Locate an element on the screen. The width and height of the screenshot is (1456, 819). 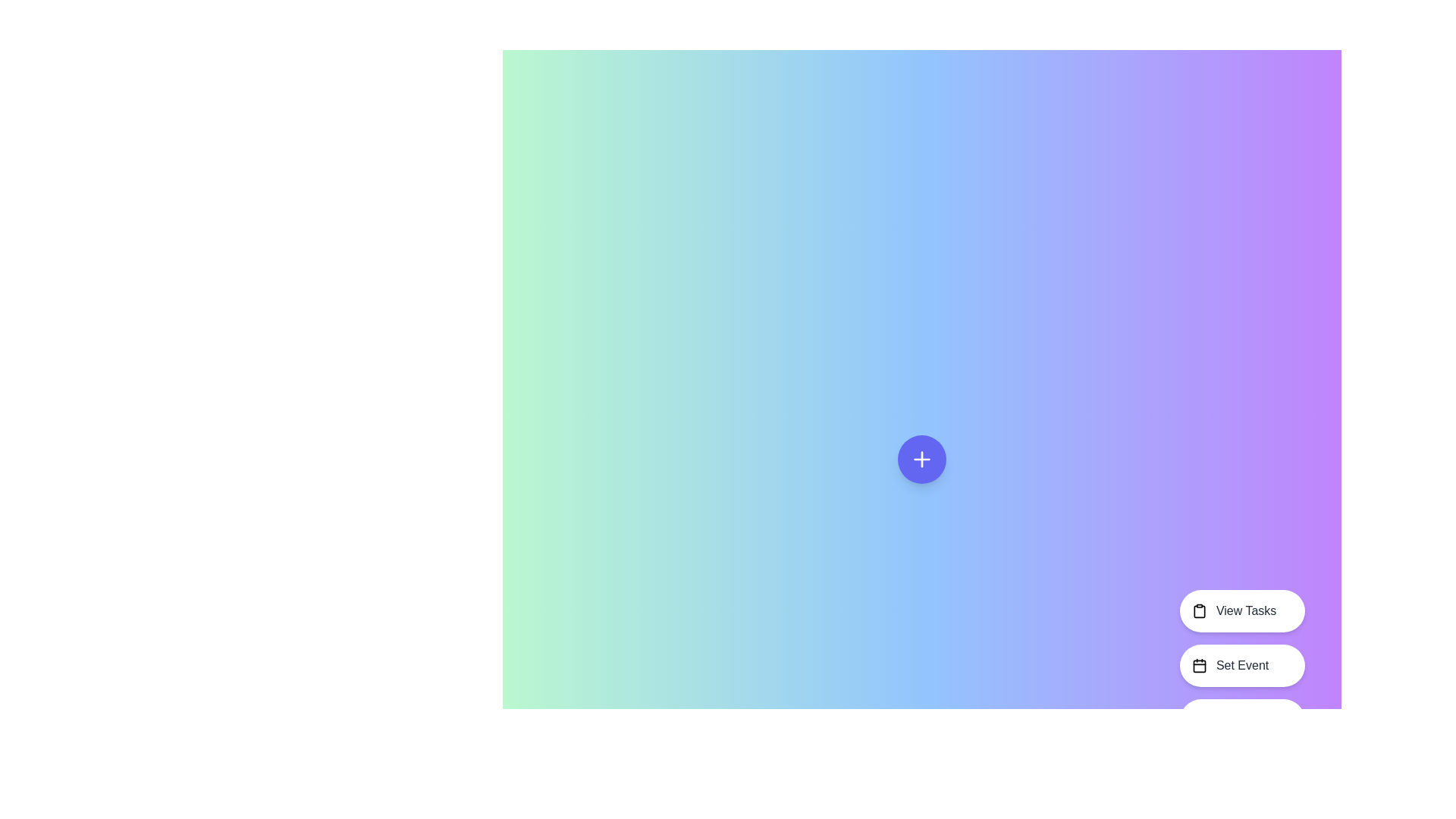
calendar icon element located within the 'Set Event' button in the options panel for additional information is located at coordinates (1198, 665).